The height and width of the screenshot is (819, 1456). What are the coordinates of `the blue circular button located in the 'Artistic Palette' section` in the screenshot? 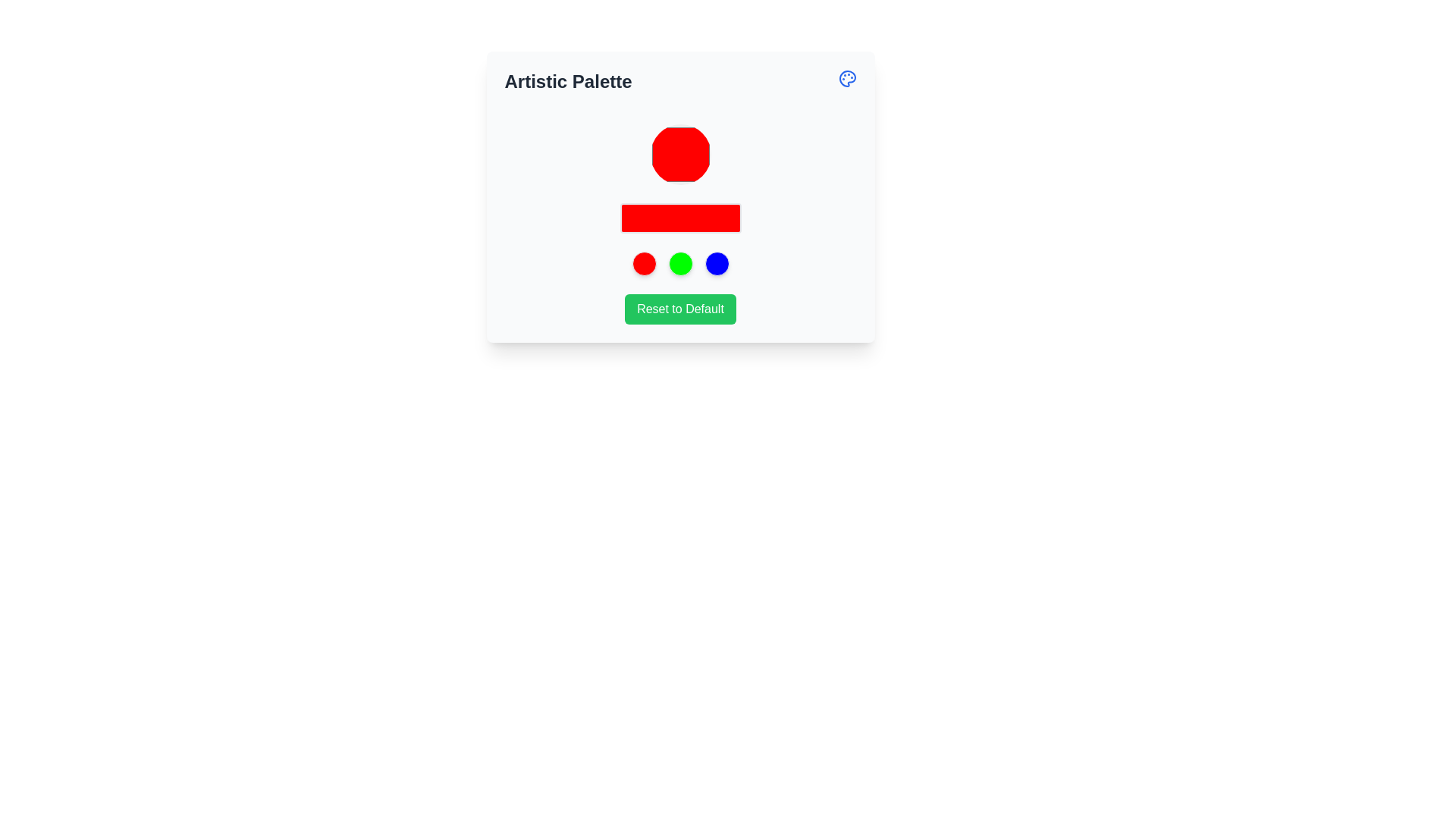 It's located at (716, 262).